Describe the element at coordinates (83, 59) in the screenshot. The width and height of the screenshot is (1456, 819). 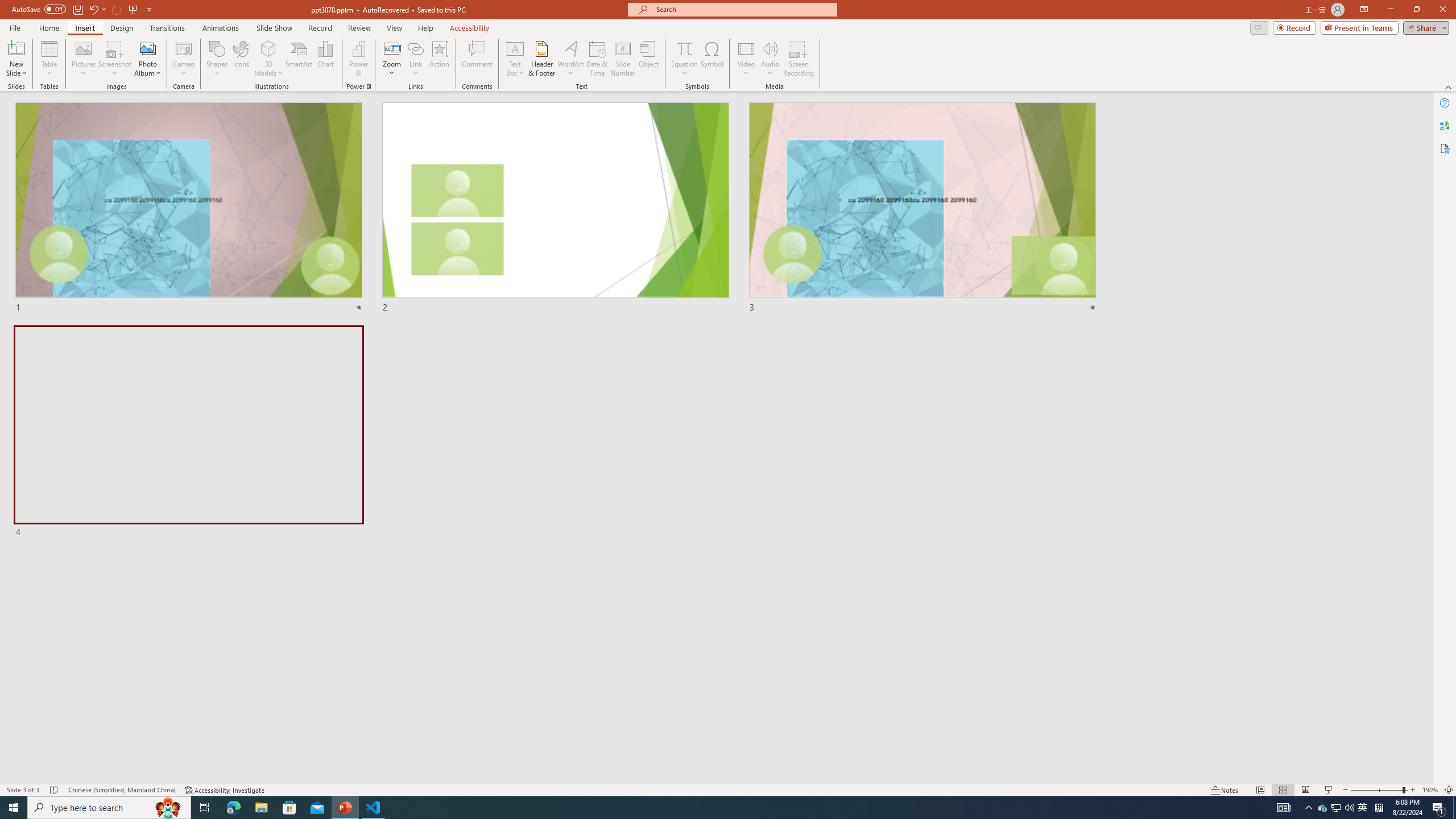
I see `'Pictures'` at that location.